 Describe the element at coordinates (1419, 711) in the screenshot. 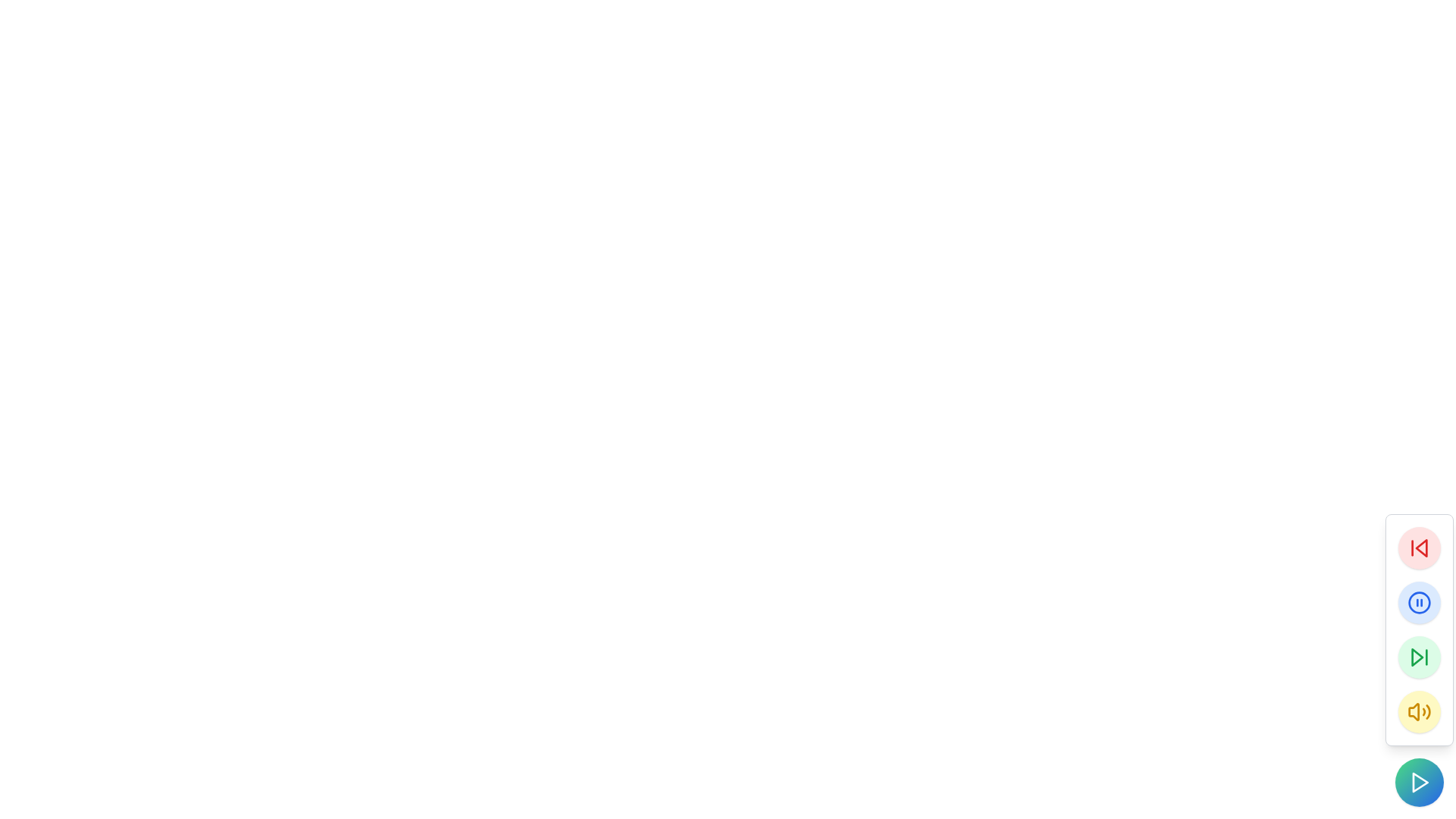

I see `the speaker icon SVG within the fourth circular button of the vertical control panel` at that location.